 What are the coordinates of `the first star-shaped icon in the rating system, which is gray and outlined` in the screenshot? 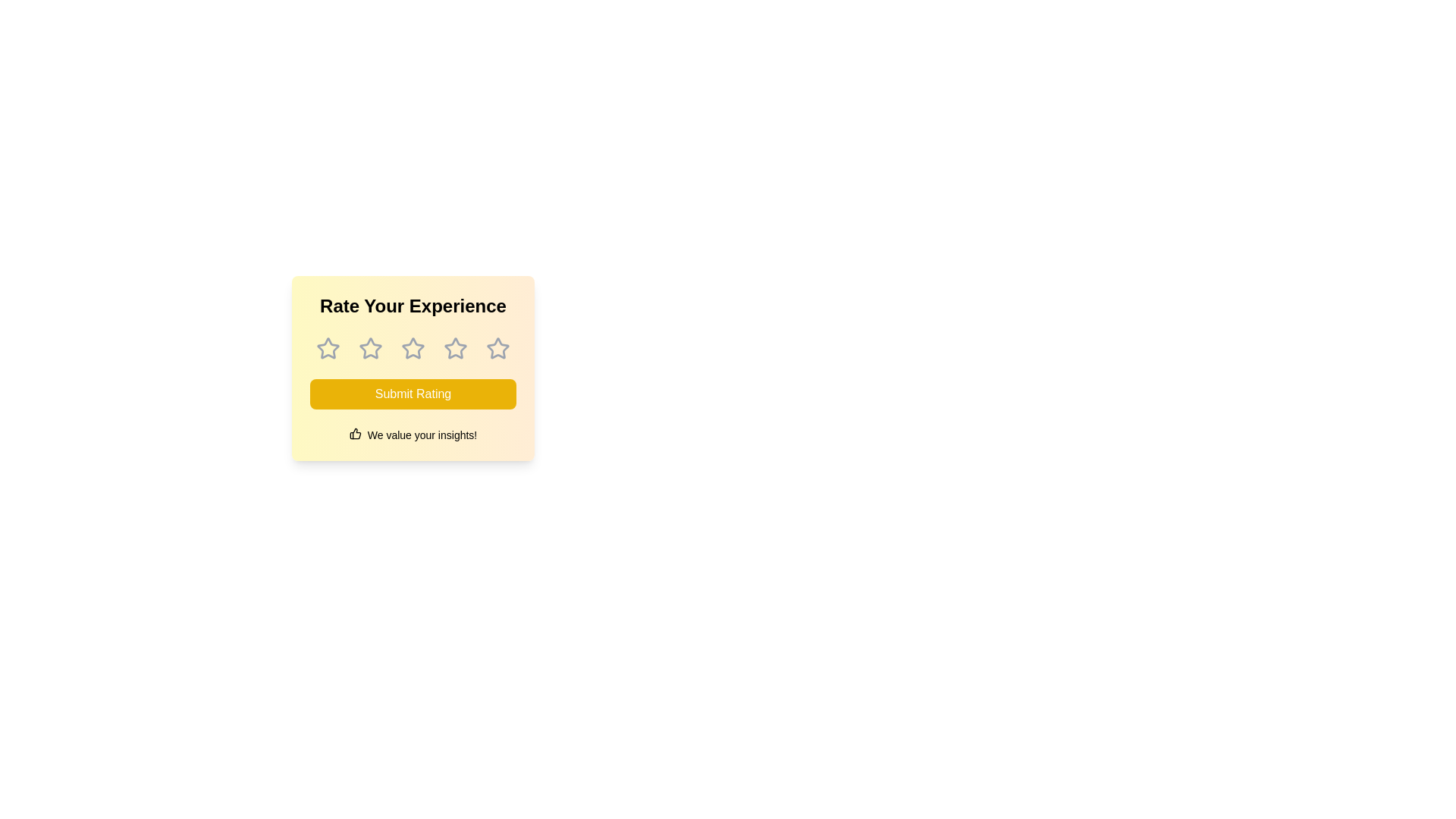 It's located at (327, 348).